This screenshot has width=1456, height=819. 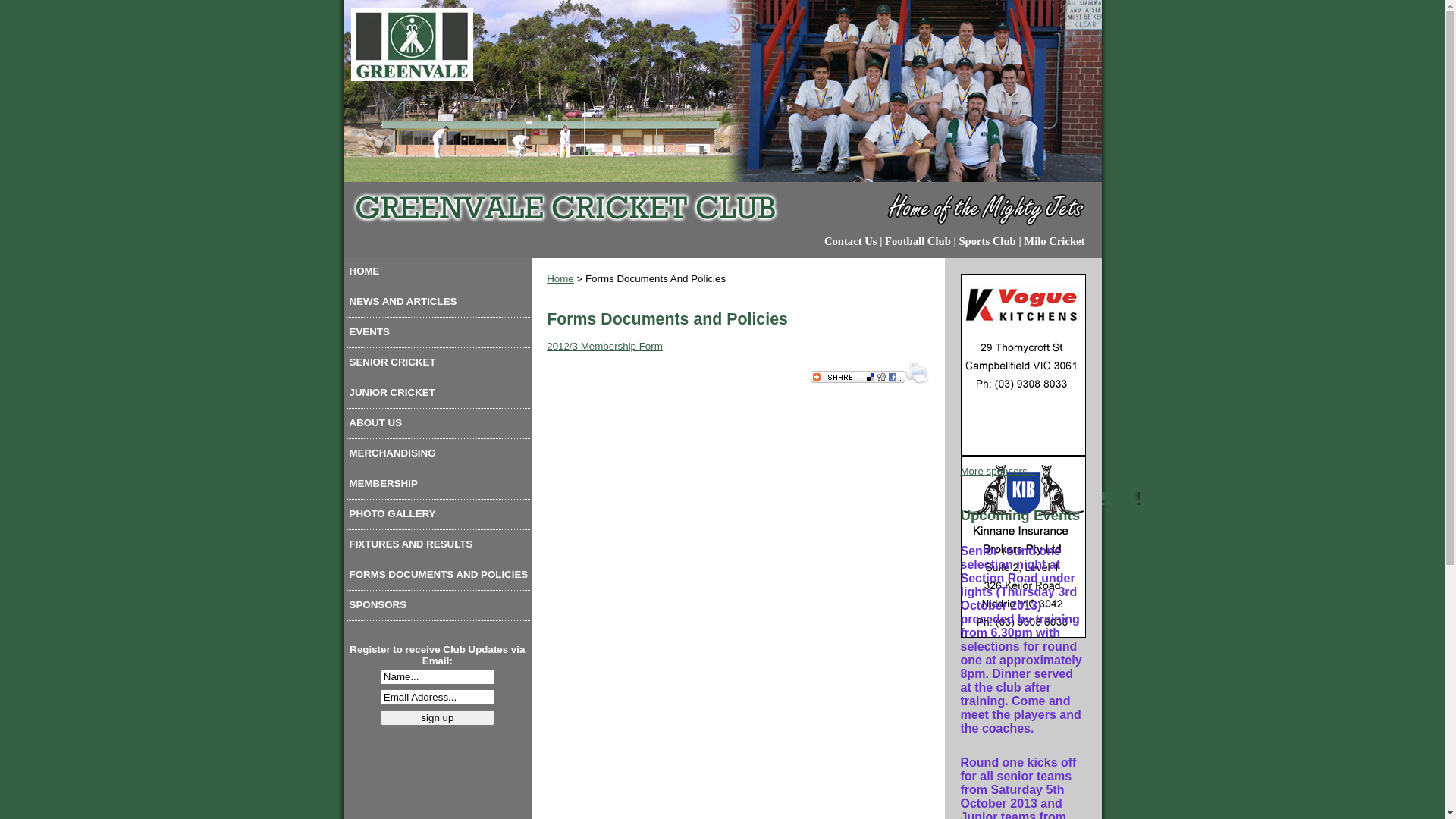 What do you see at coordinates (346, 426) in the screenshot?
I see `'ABOUT US'` at bounding box center [346, 426].